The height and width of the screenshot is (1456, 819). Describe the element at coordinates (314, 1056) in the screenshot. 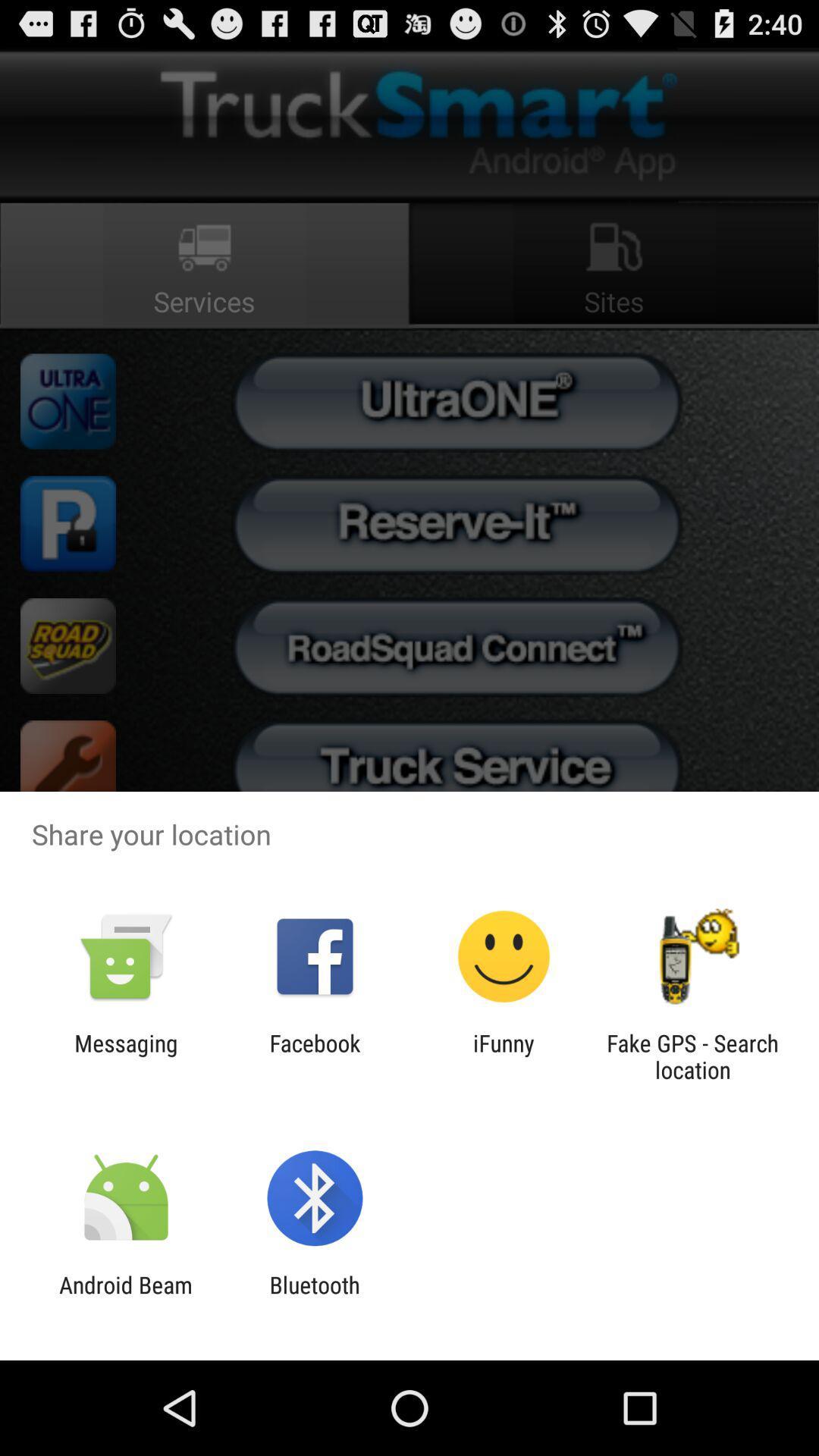

I see `the item to the left of the ifunny item` at that location.